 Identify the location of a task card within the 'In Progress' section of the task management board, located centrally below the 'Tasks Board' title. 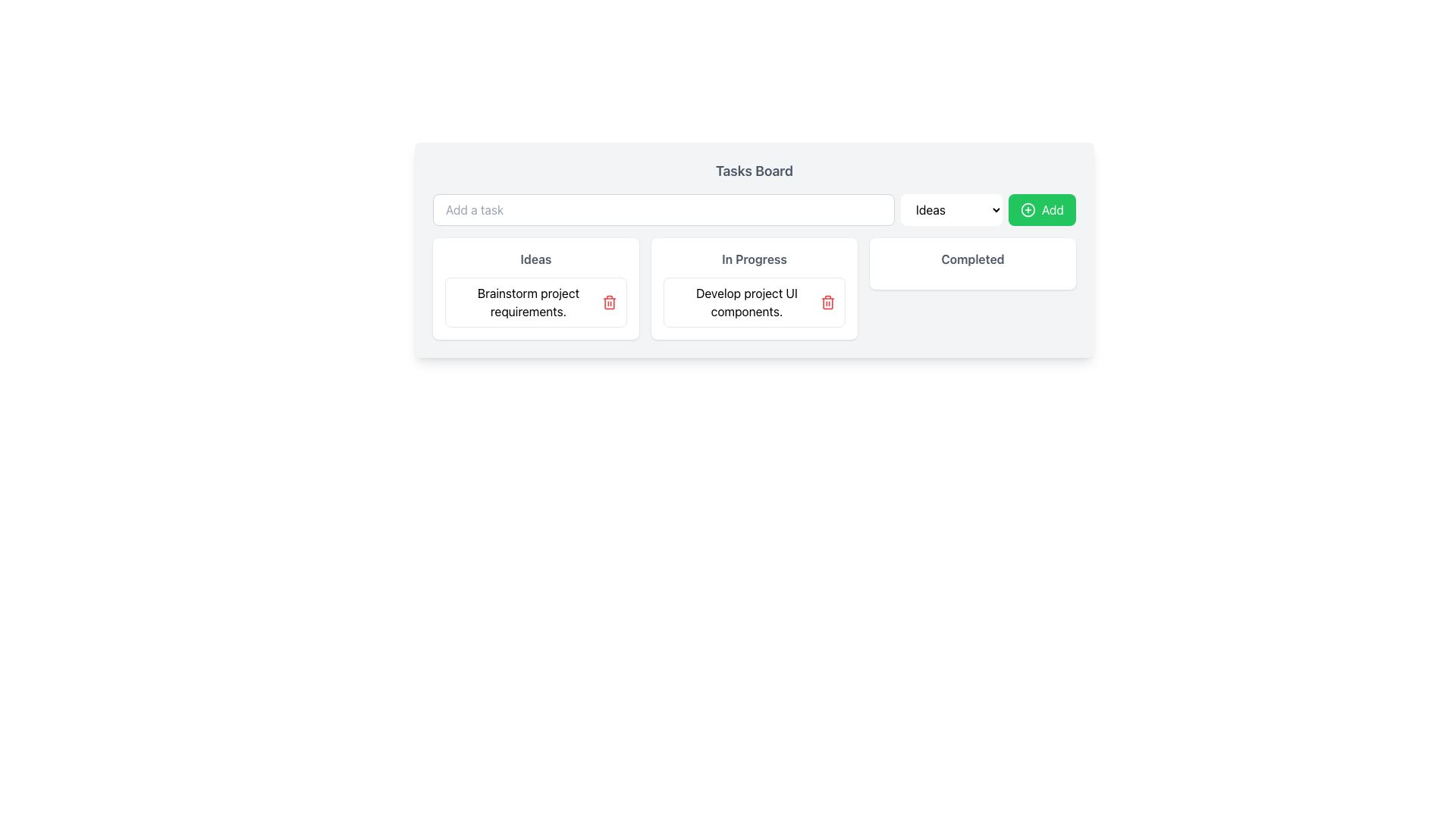
(754, 289).